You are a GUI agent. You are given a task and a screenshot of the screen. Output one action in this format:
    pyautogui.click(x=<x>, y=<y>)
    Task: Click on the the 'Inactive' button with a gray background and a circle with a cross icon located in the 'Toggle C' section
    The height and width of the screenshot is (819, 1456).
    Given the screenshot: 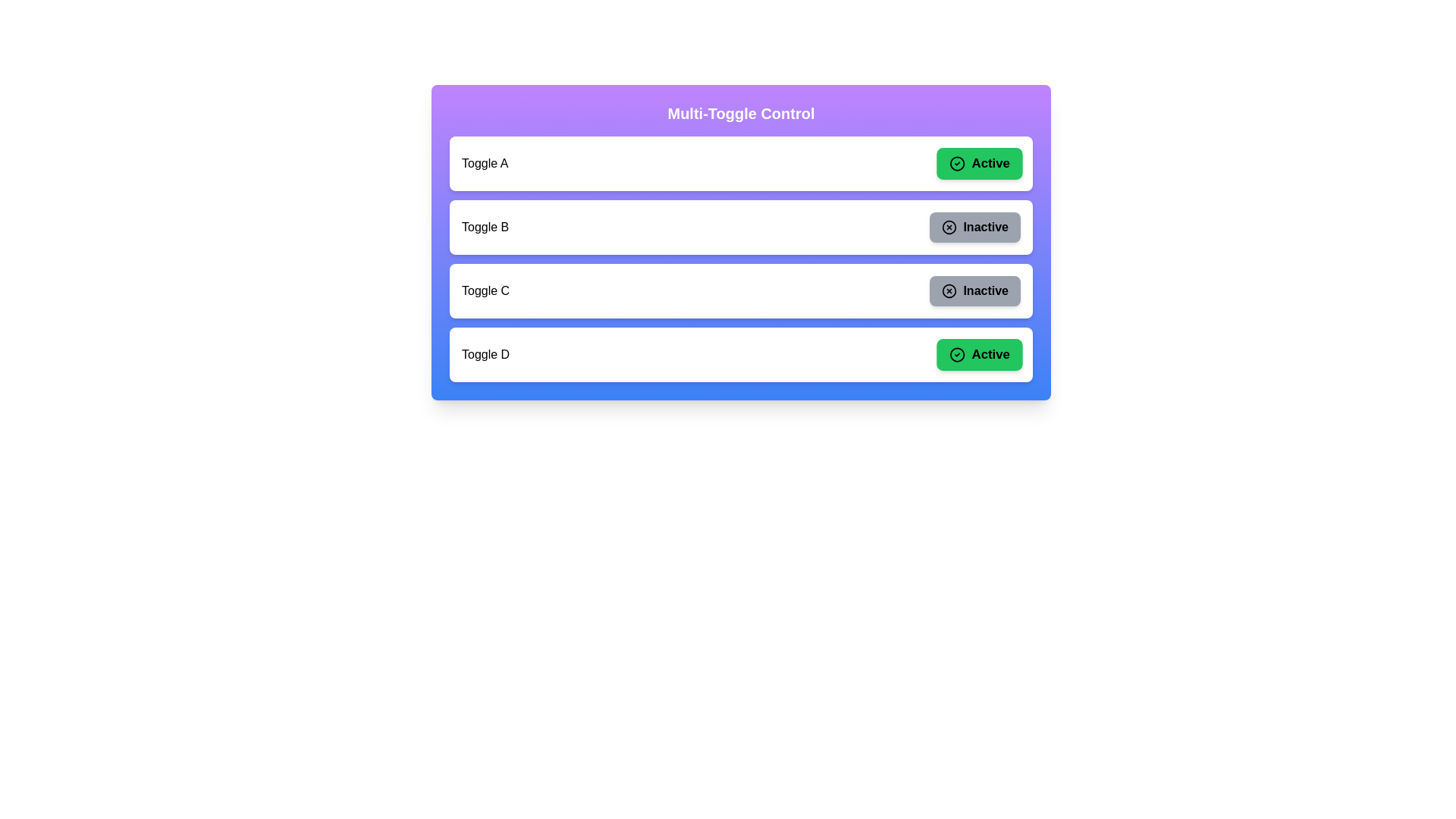 What is the action you would take?
    pyautogui.click(x=975, y=291)
    